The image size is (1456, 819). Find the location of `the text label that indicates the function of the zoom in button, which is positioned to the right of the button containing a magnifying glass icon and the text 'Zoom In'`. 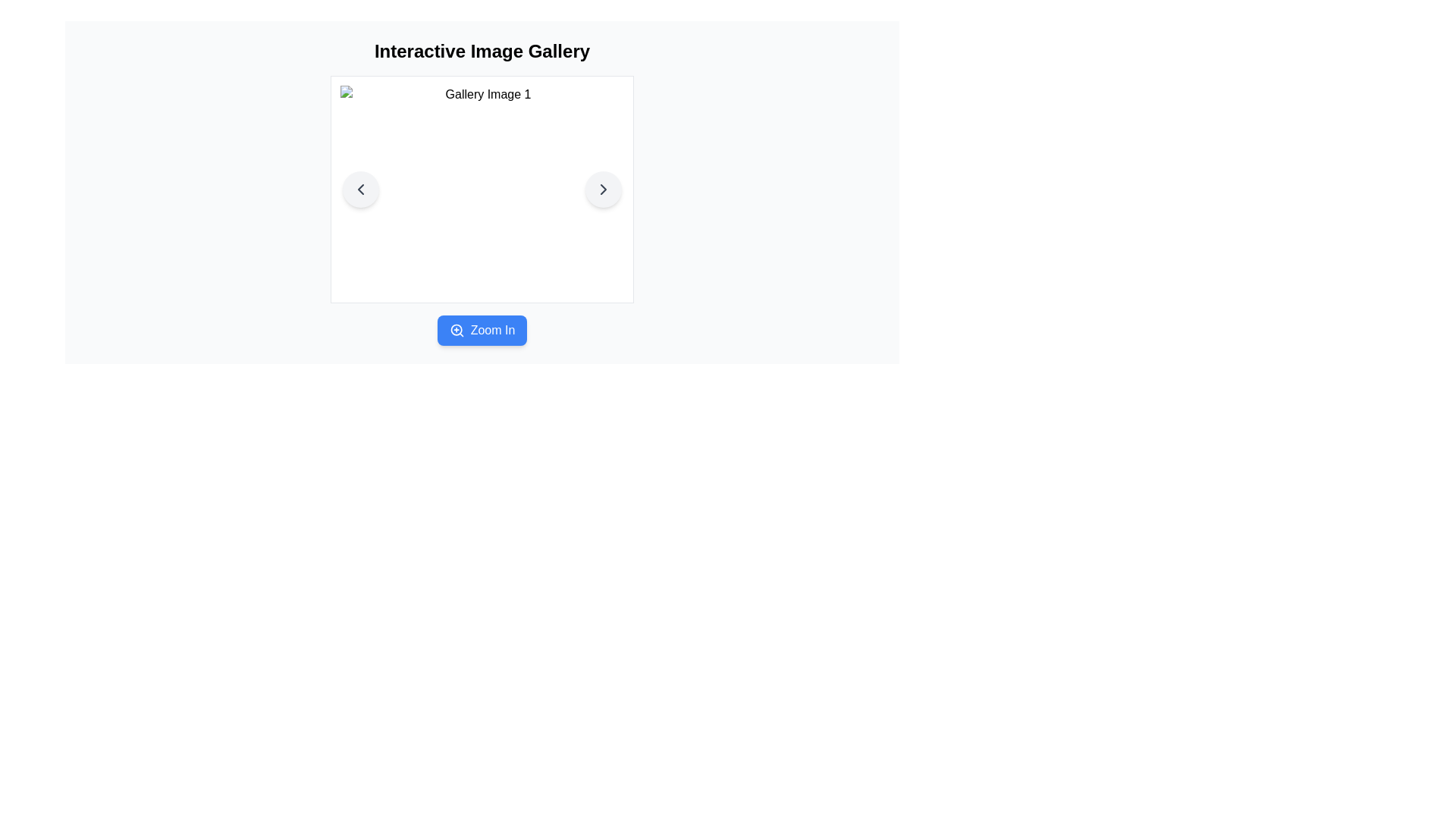

the text label that indicates the function of the zoom in button, which is positioned to the right of the button containing a magnifying glass icon and the text 'Zoom In' is located at coordinates (492, 329).